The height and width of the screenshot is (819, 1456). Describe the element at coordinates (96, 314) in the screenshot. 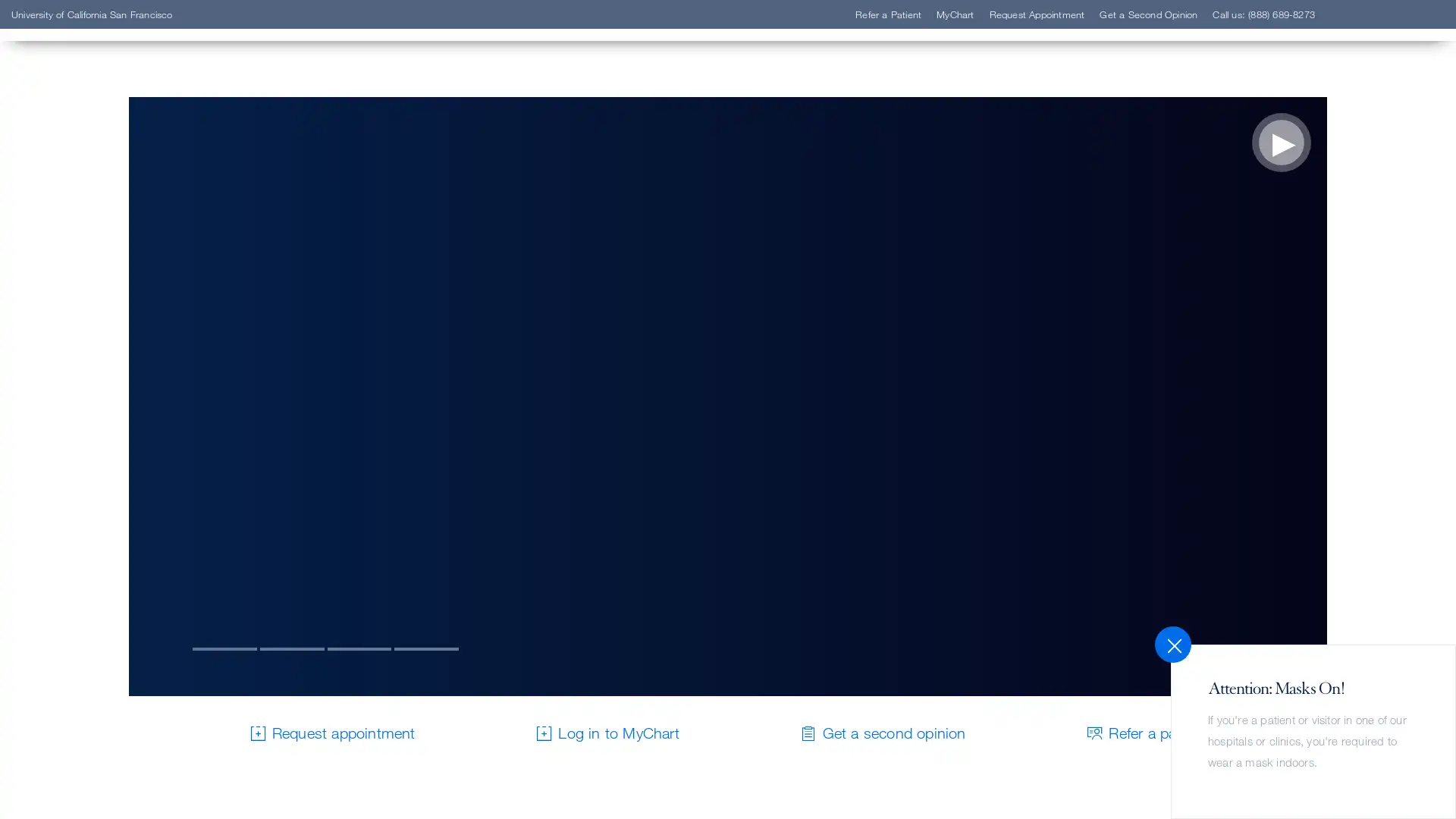

I see `Treatments` at that location.